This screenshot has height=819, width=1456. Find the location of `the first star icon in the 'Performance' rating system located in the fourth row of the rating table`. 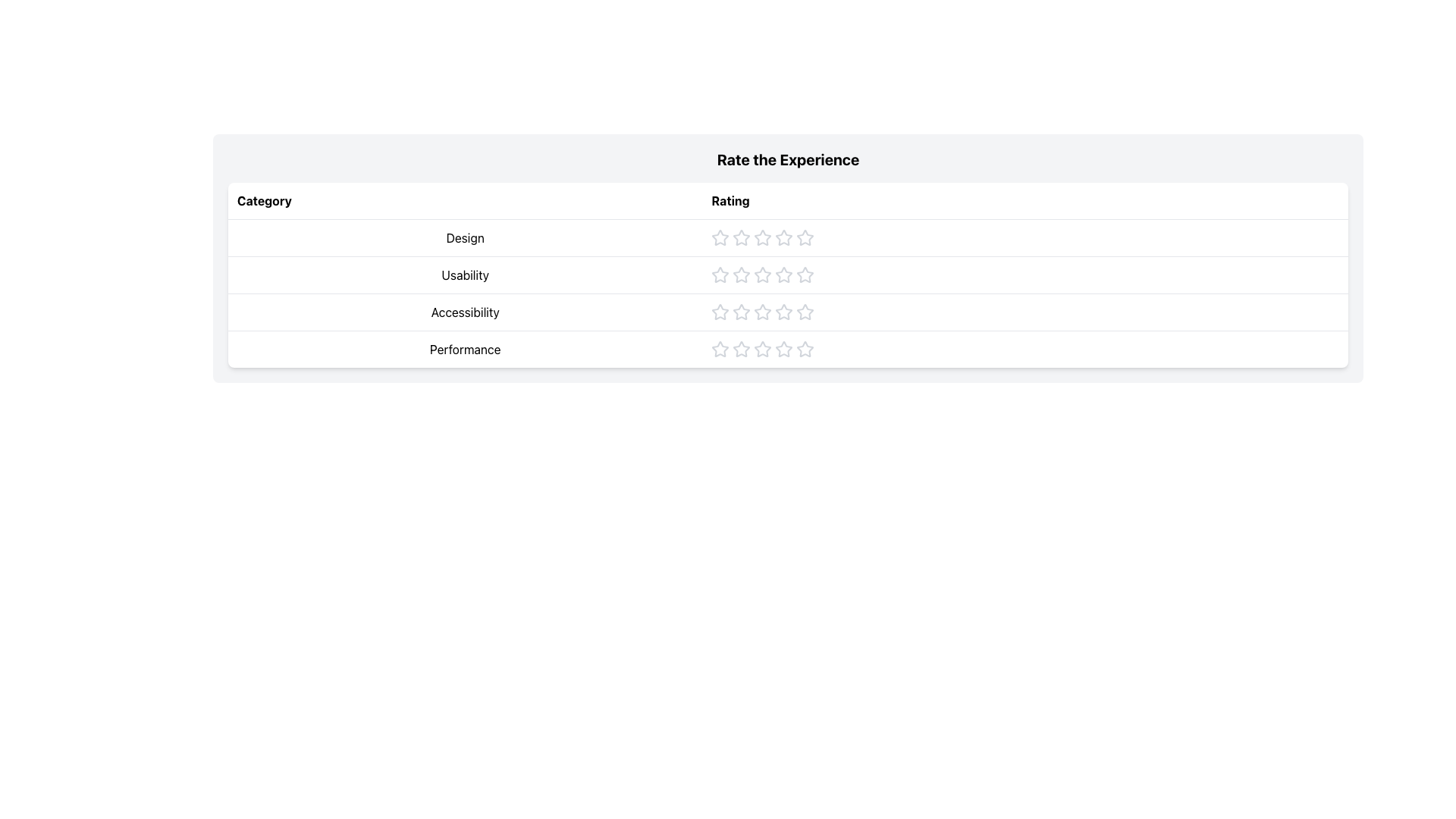

the first star icon in the 'Performance' rating system located in the fourth row of the rating table is located at coordinates (720, 350).